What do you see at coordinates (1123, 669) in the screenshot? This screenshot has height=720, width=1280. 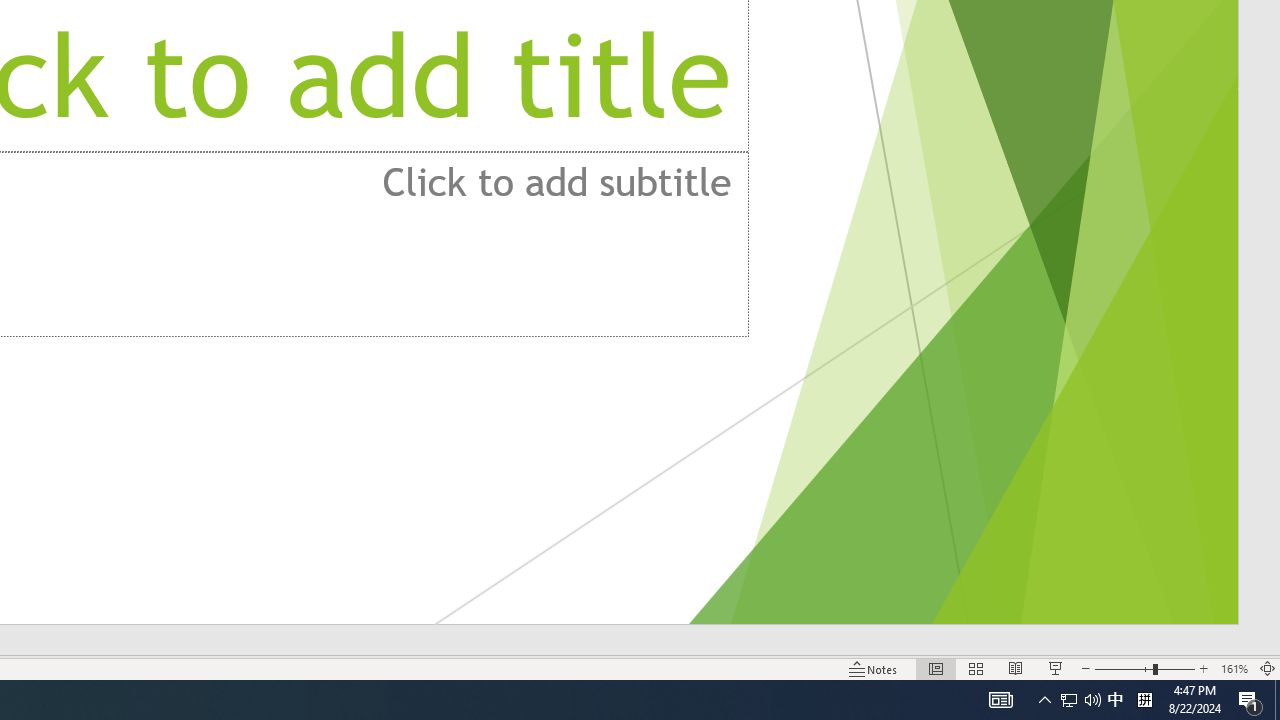 I see `'Zoom Out'` at bounding box center [1123, 669].